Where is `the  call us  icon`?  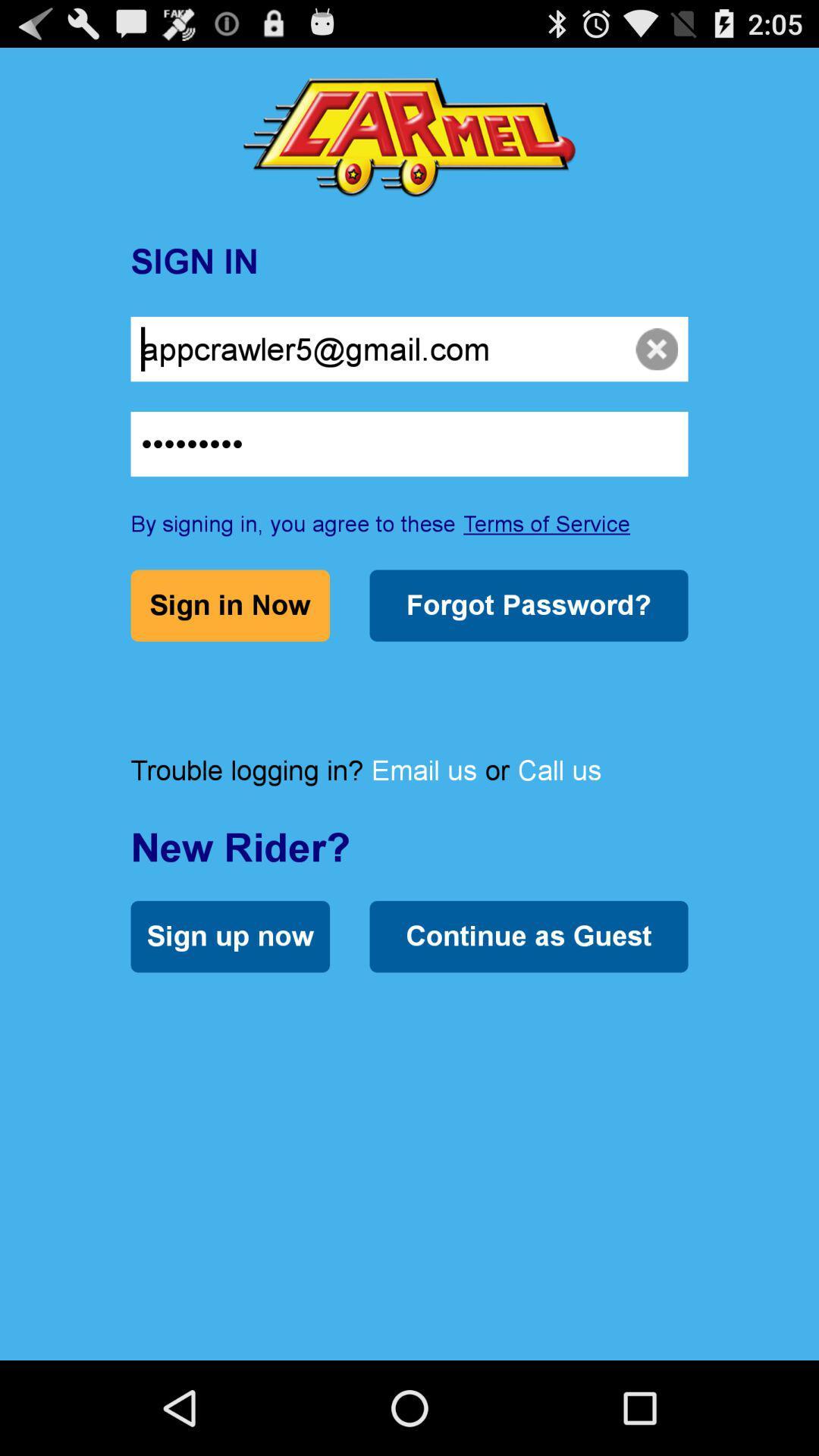 the  call us  icon is located at coordinates (559, 770).